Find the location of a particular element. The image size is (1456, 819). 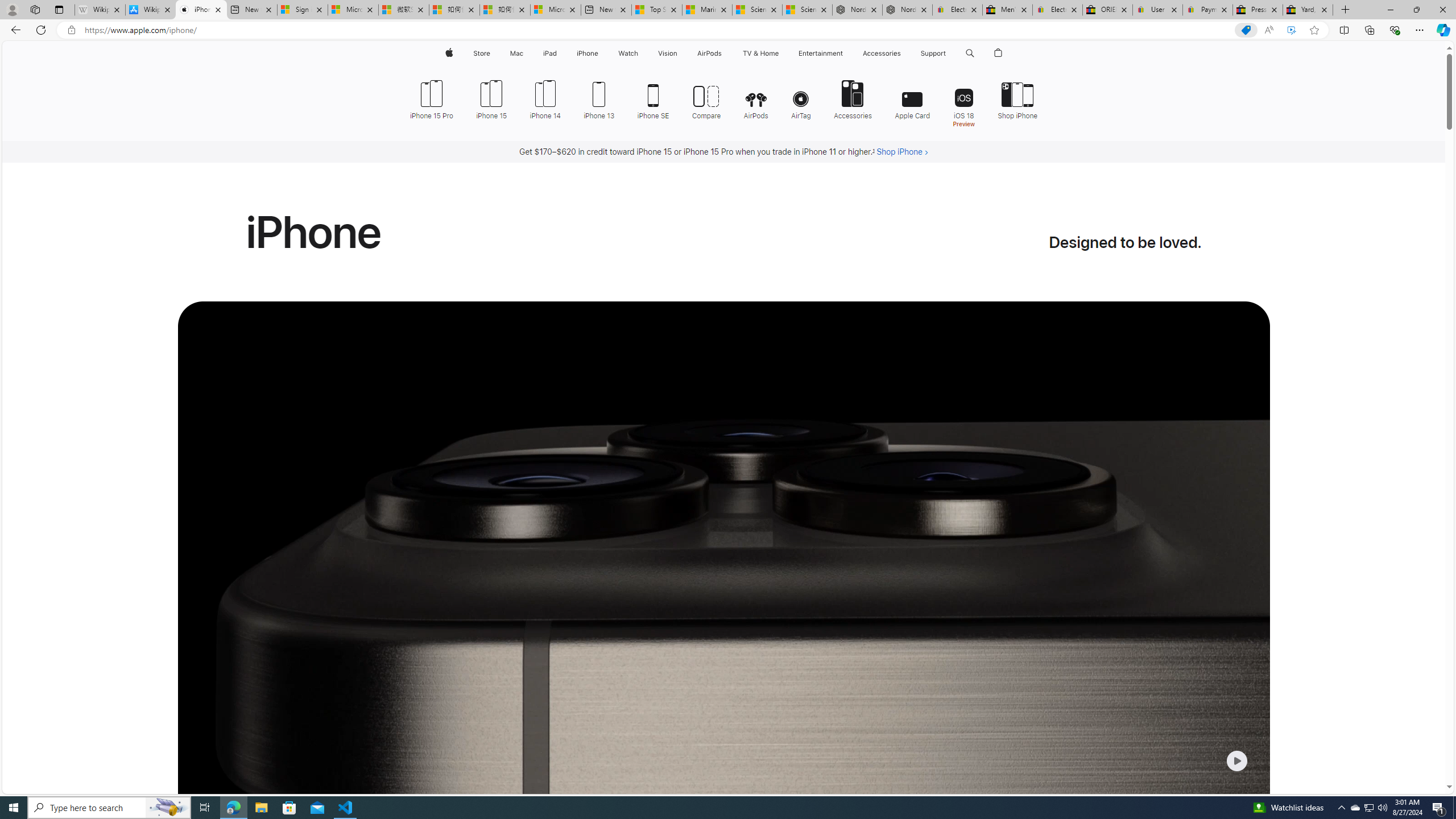

'Apple' is located at coordinates (448, 53).